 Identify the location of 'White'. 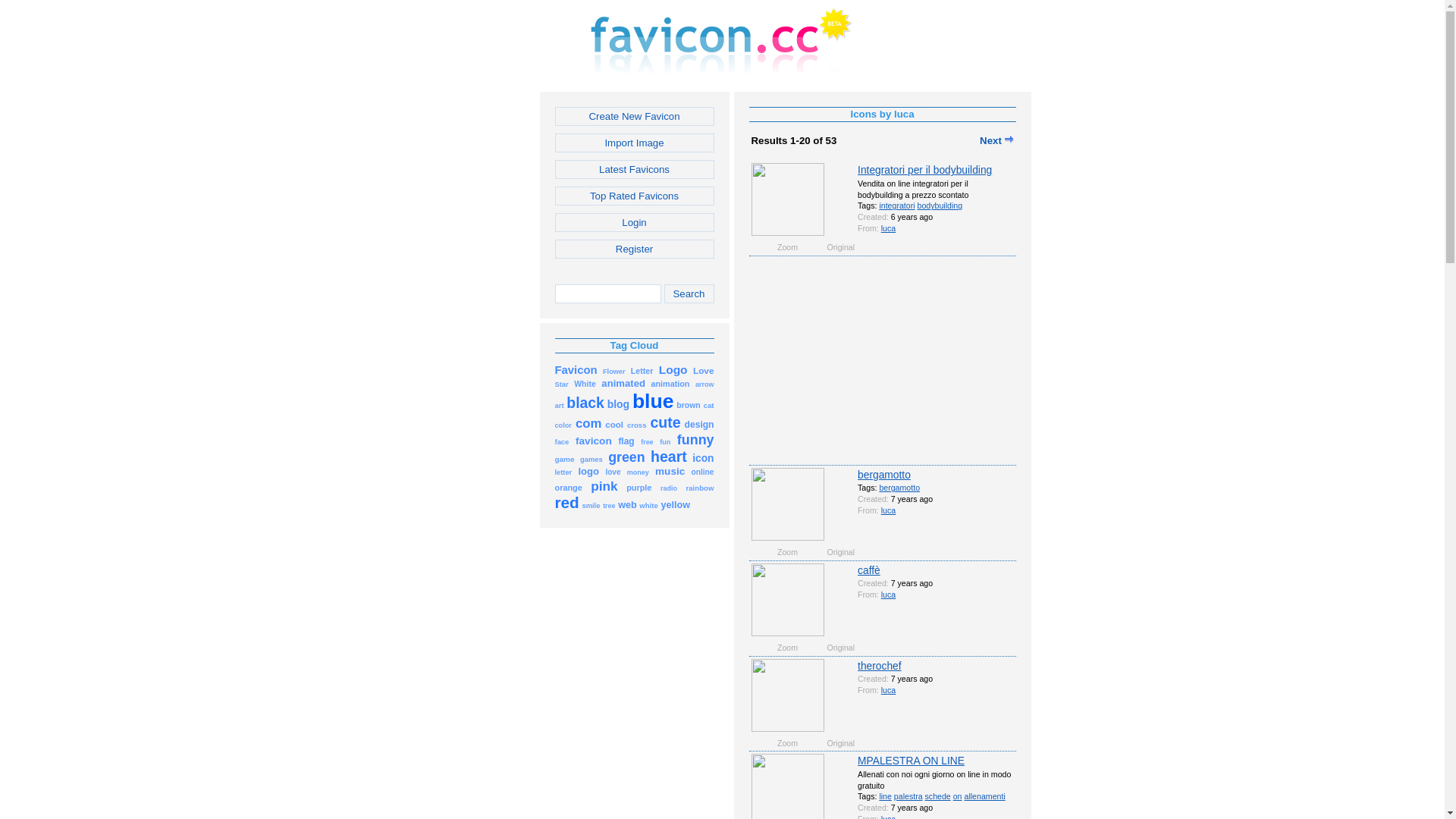
(584, 382).